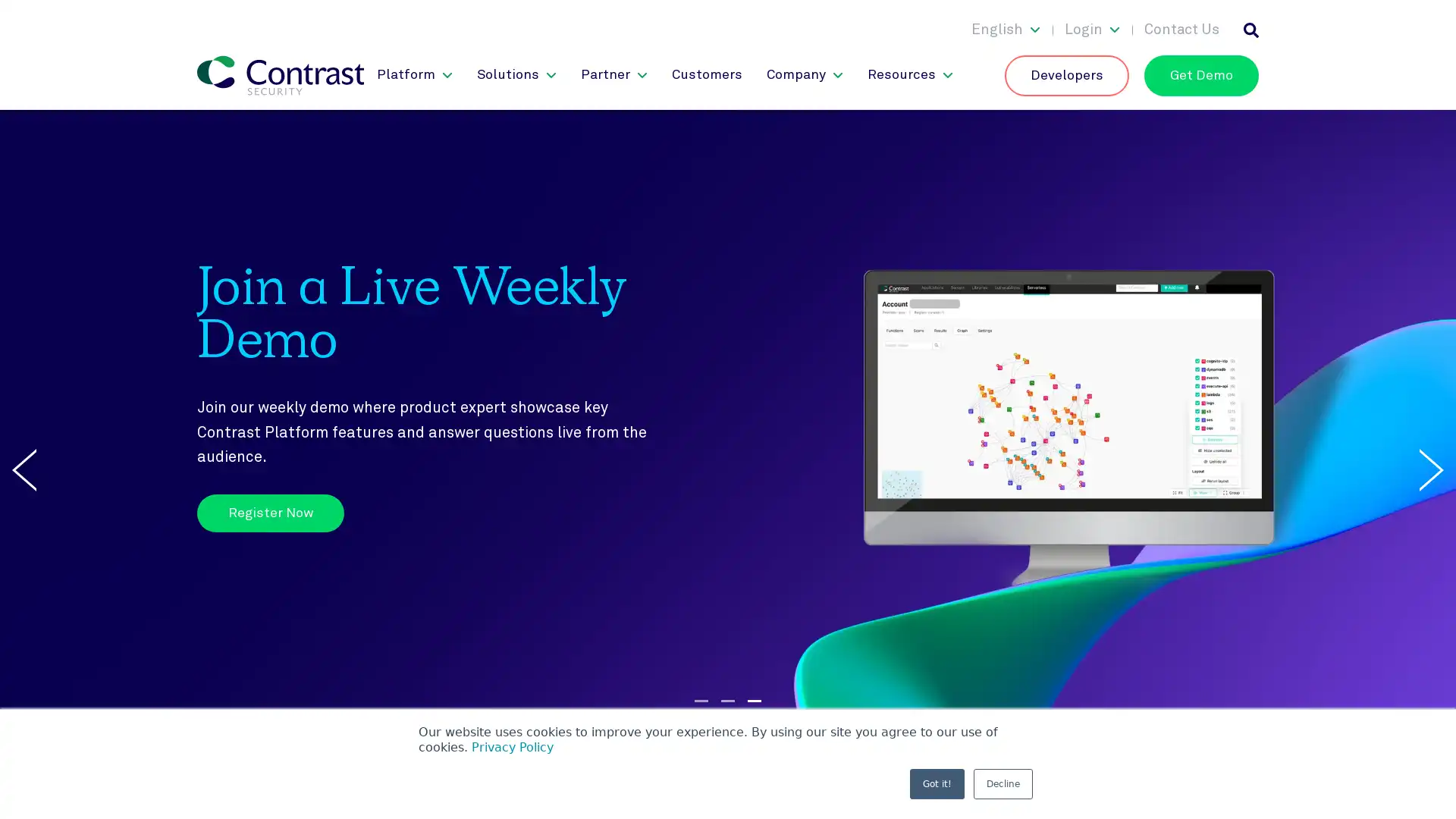 This screenshot has width=1456, height=819. Describe the element at coordinates (937, 783) in the screenshot. I see `Got it!` at that location.